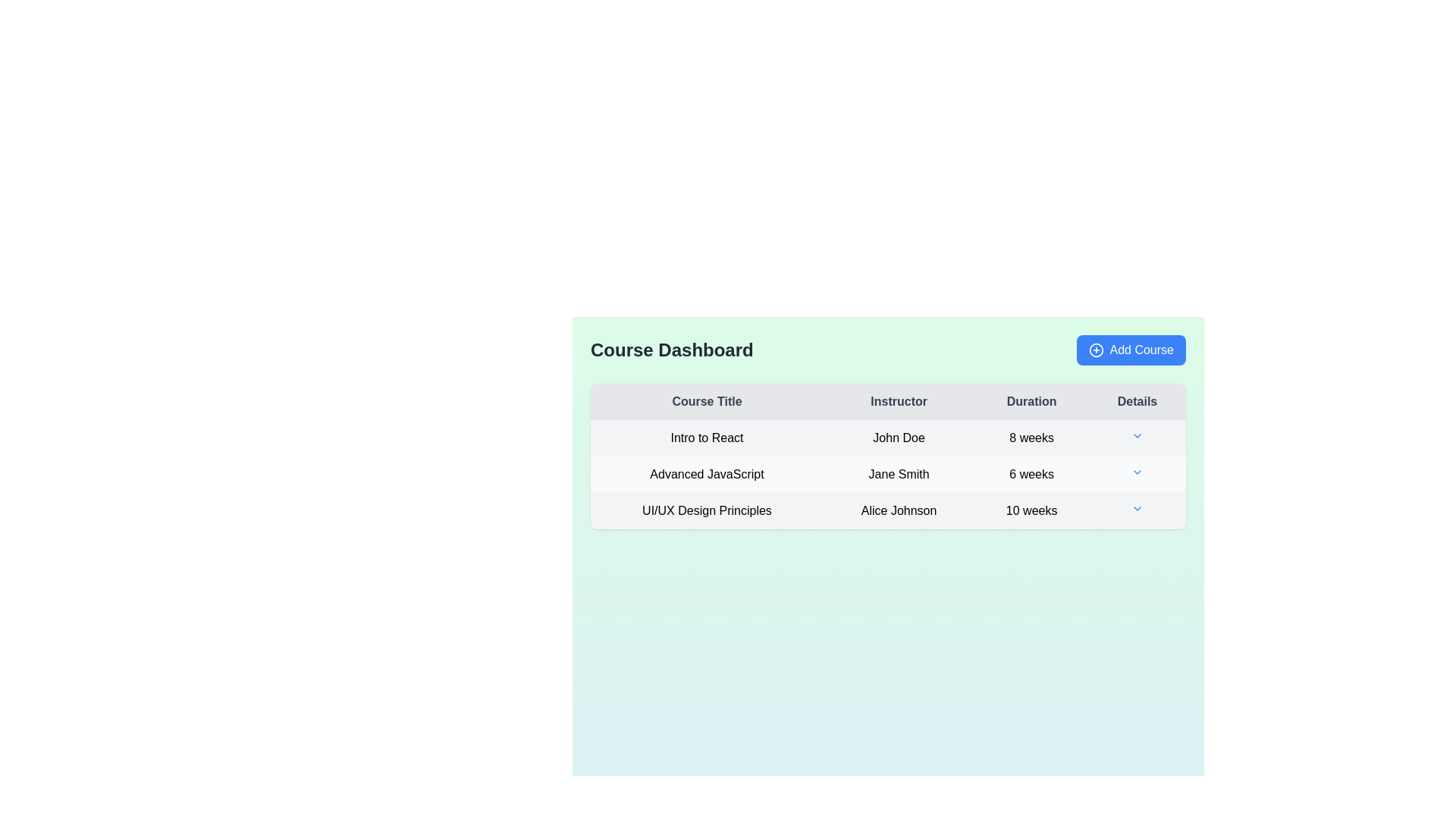 The image size is (1456, 819). What do you see at coordinates (899, 511) in the screenshot?
I see `the text label displaying 'Alice Johnson' which is located in the 'Instructor' column, under the course title 'UI/UX Design Principles'` at bounding box center [899, 511].